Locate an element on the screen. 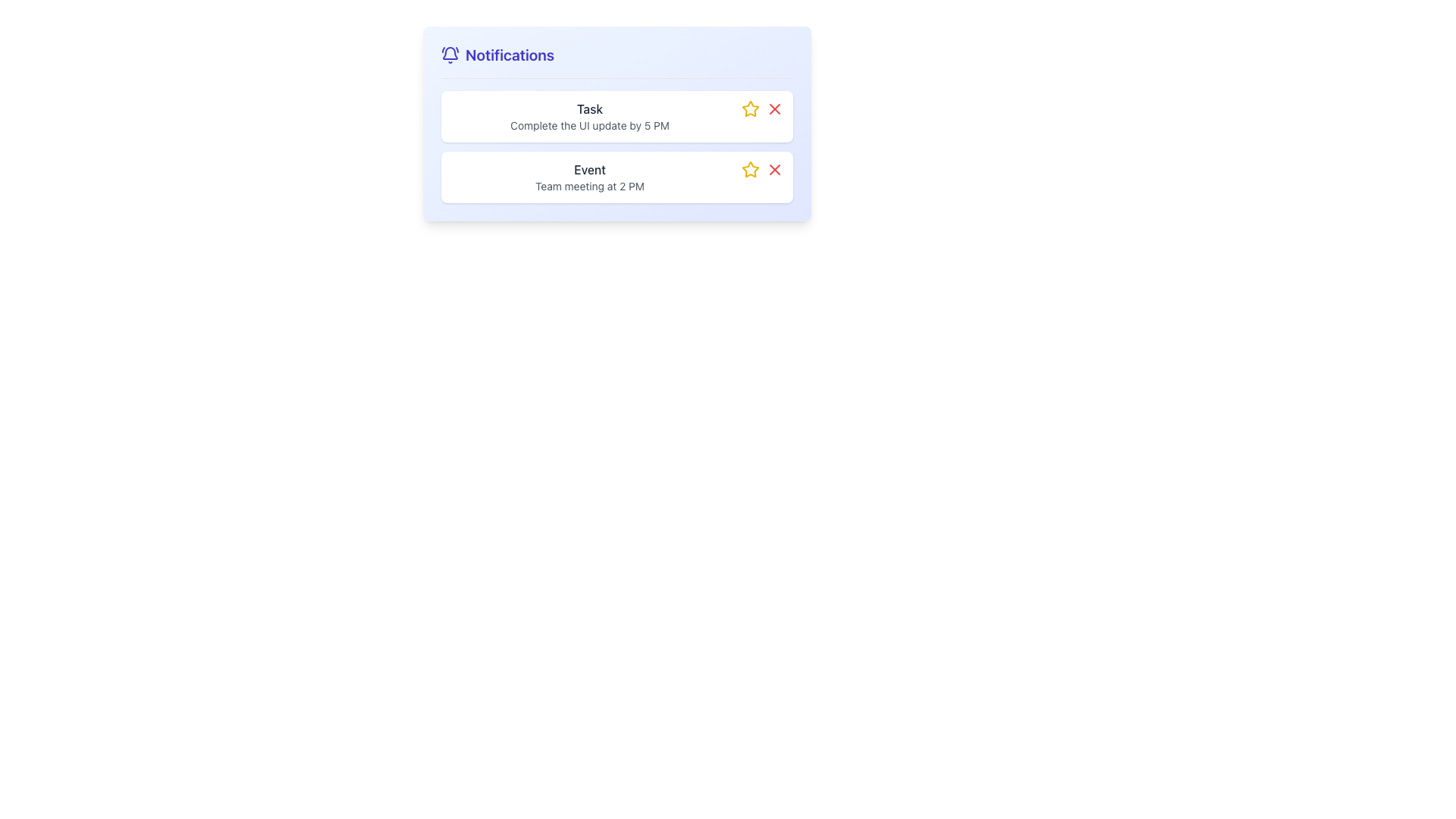  the close or delete button located at the far right of its group, next is located at coordinates (775, 169).